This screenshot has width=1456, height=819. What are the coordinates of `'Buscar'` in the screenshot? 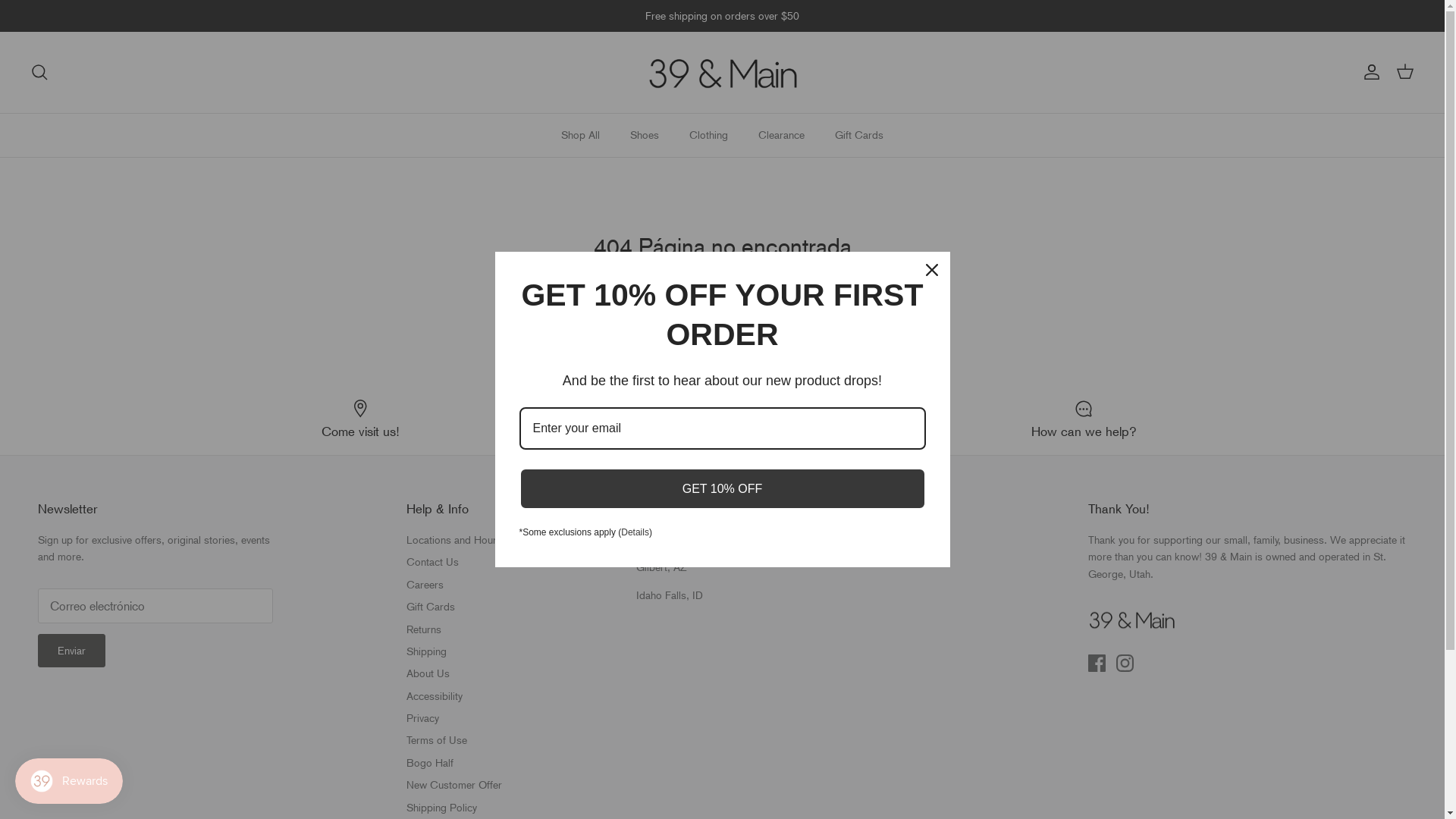 It's located at (39, 72).